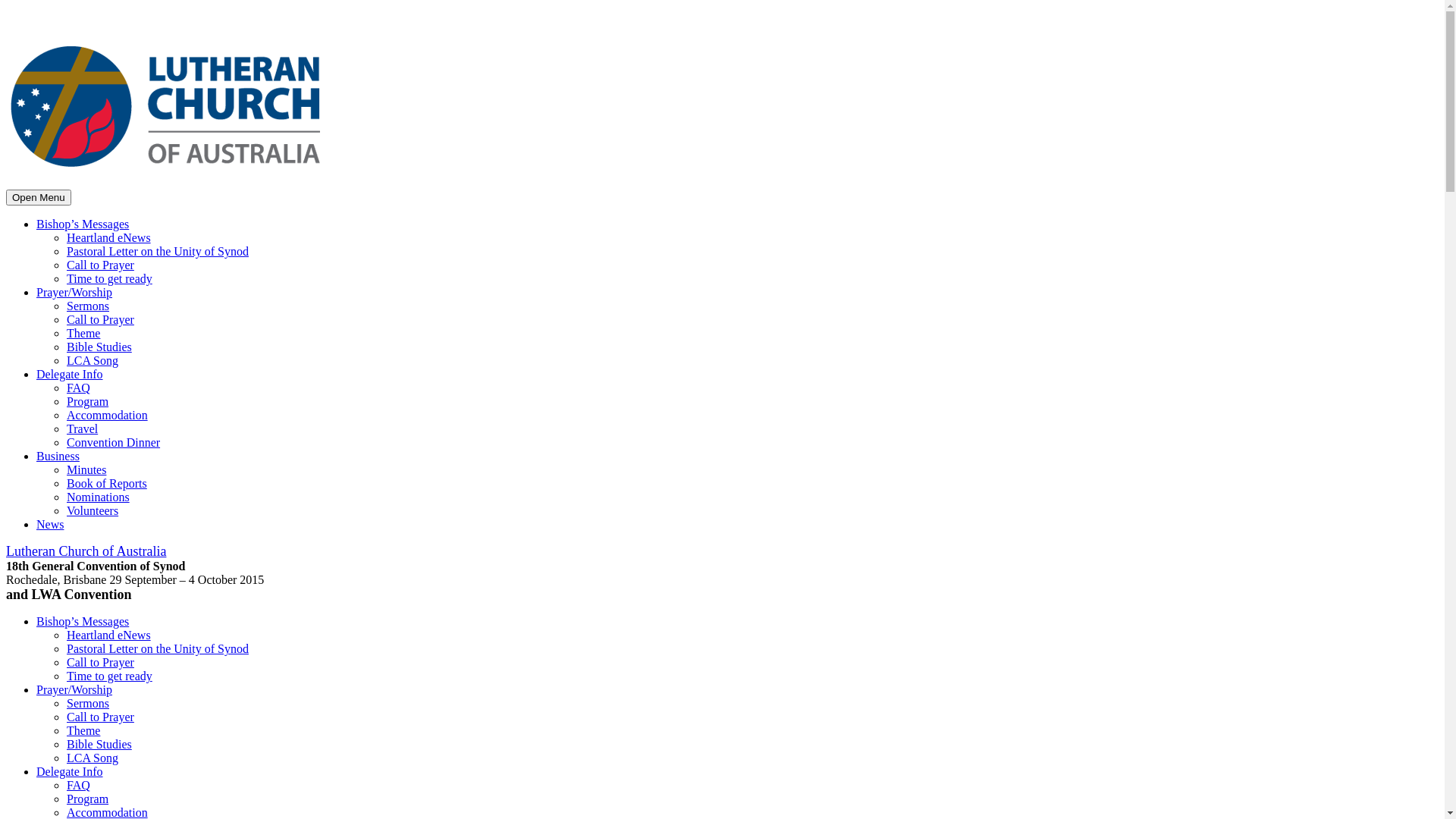 Image resolution: width=1456 pixels, height=819 pixels. What do you see at coordinates (58, 455) in the screenshot?
I see `'Business'` at bounding box center [58, 455].